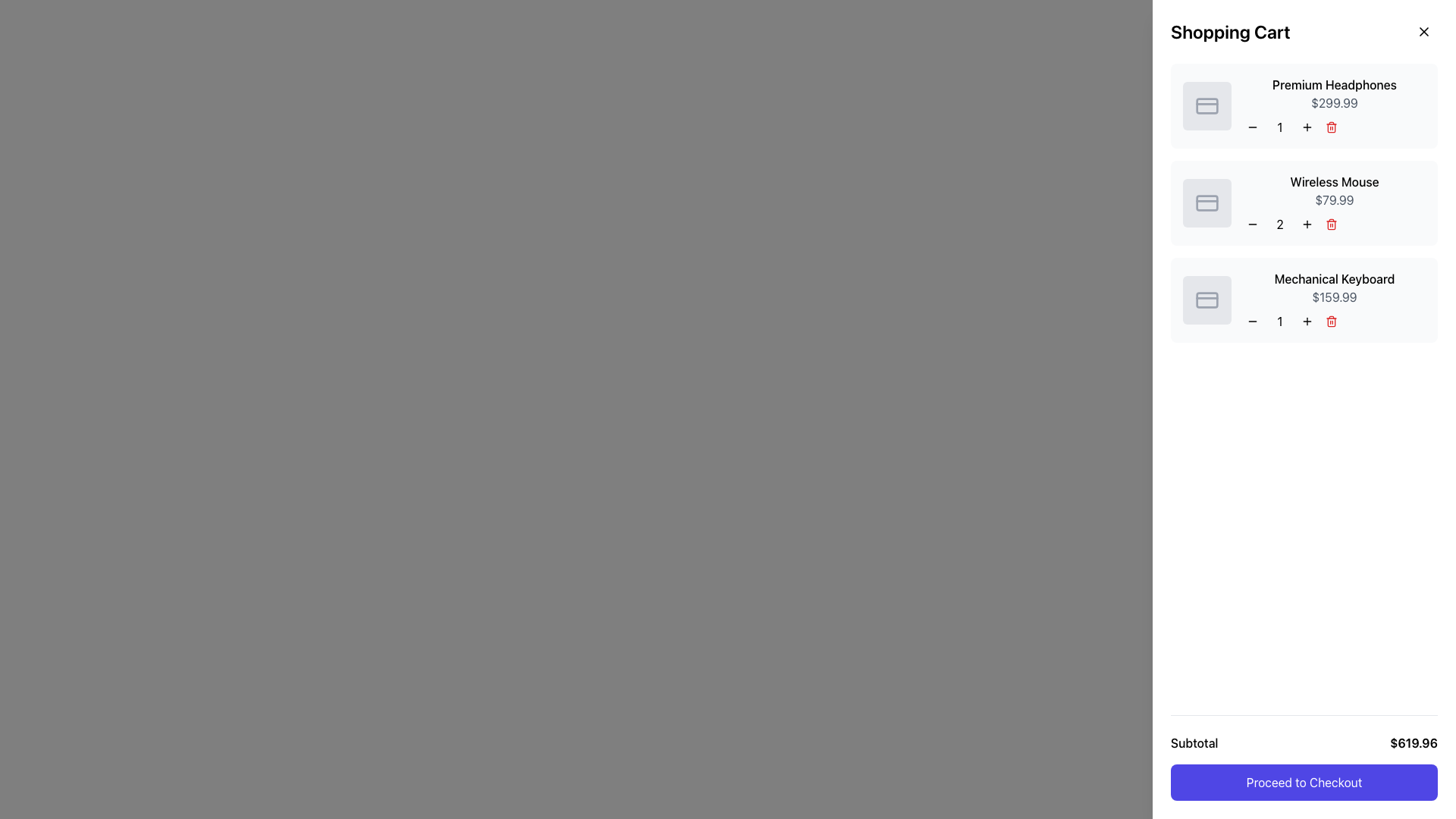 This screenshot has height=819, width=1456. Describe the element at coordinates (1423, 32) in the screenshot. I see `the close button located in the top-right corner of the shopping cart interface` at that location.